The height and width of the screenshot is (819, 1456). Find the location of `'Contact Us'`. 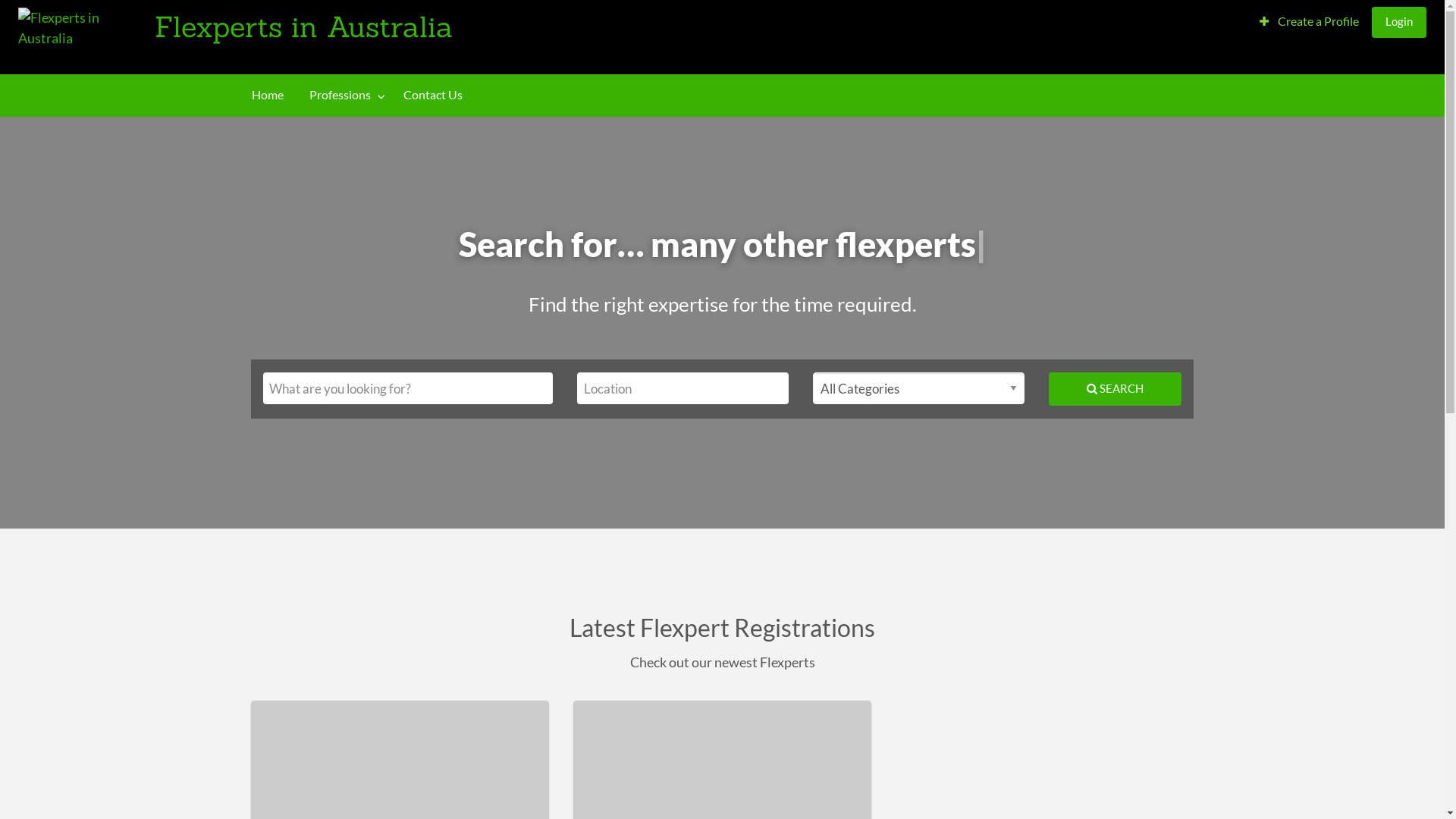

'Contact Us' is located at coordinates (431, 95).